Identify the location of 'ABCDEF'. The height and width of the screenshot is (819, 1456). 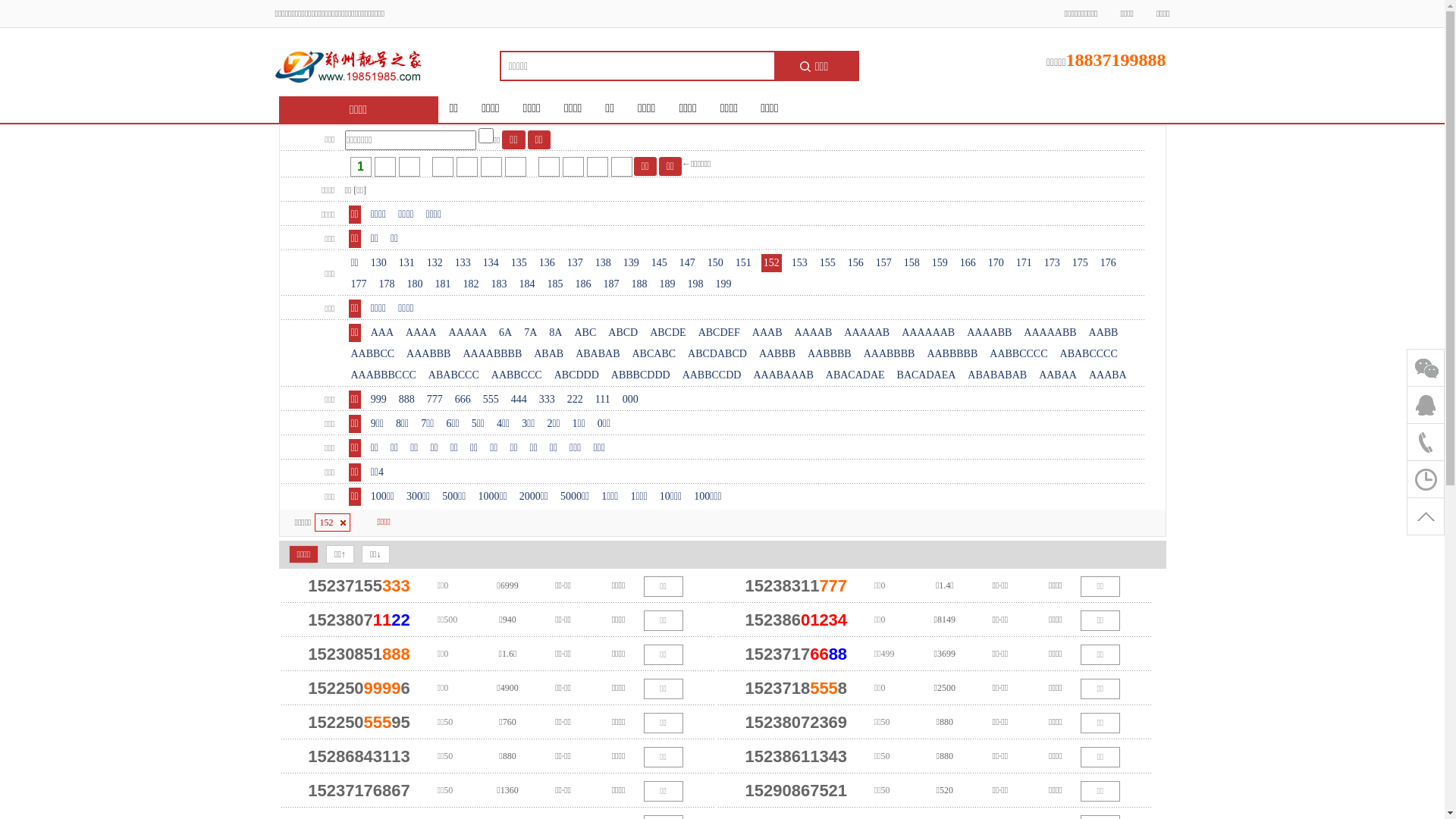
(718, 332).